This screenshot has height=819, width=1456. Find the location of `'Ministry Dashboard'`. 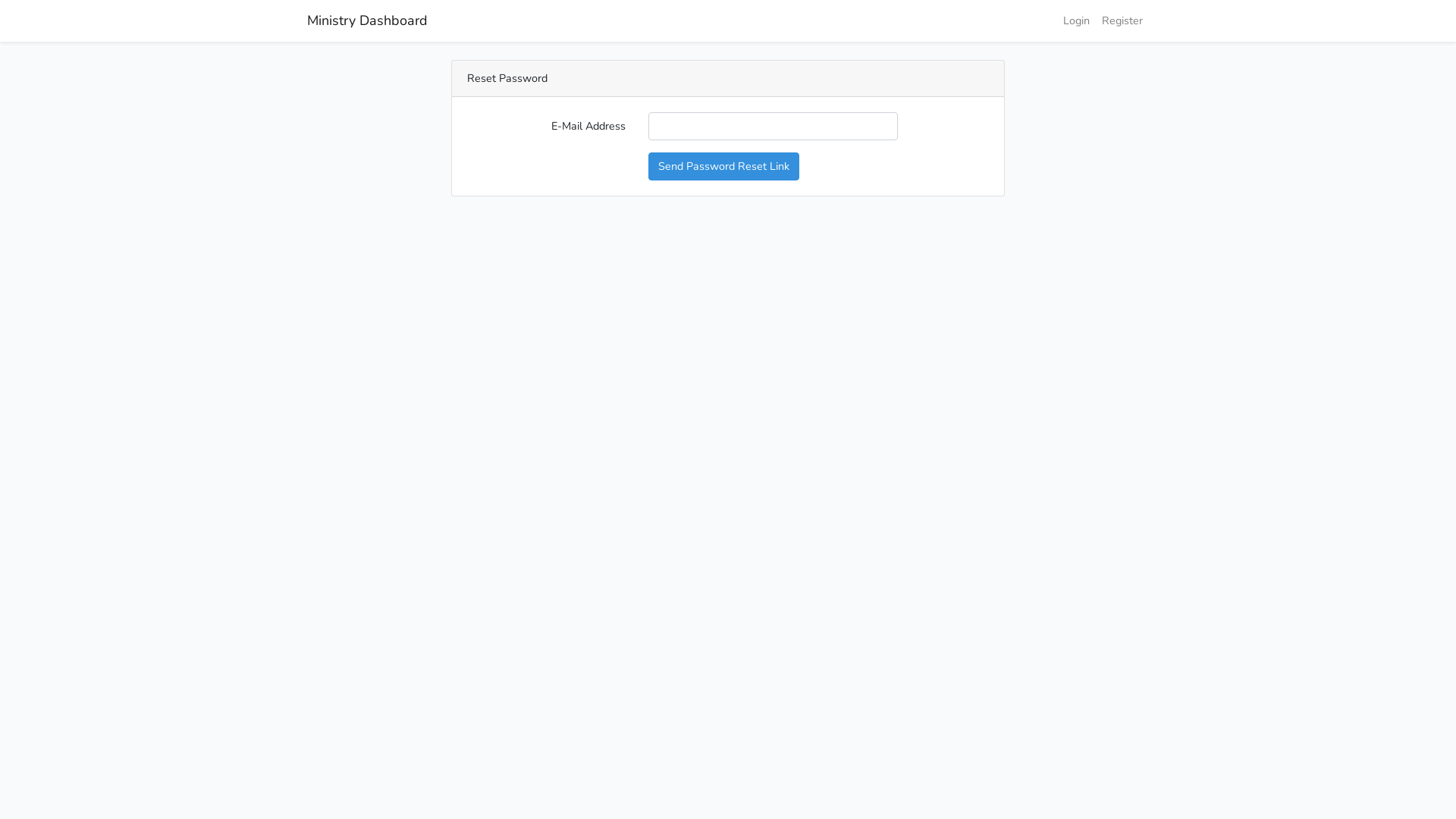

'Ministry Dashboard' is located at coordinates (367, 20).